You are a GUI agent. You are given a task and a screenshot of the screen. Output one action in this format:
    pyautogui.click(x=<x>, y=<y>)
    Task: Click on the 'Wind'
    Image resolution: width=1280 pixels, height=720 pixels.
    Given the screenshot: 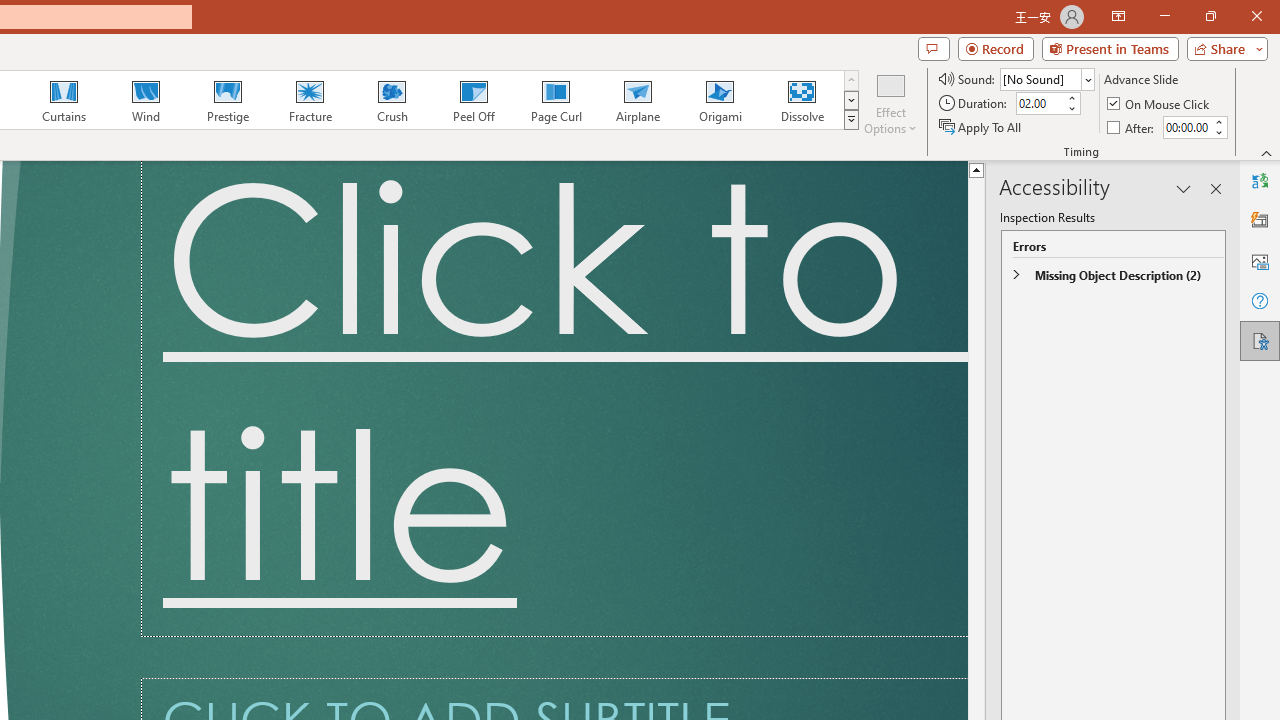 What is the action you would take?
    pyautogui.click(x=144, y=100)
    